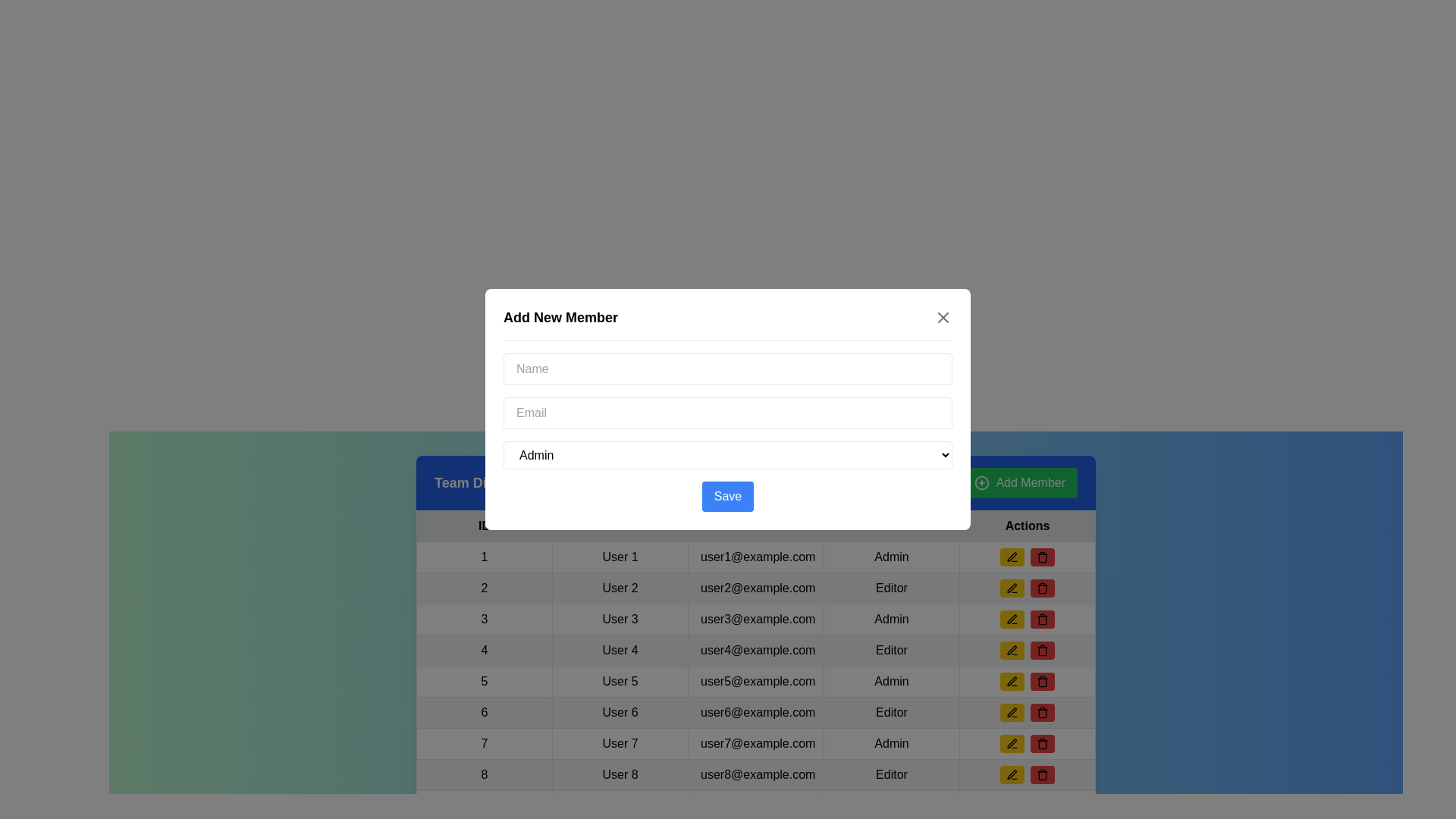 This screenshot has height=819, width=1456. Describe the element at coordinates (1027, 526) in the screenshot. I see `the 'Actions' text label, which is the last column in the header row of a table and displays the word 'Actions' in bold black font` at that location.